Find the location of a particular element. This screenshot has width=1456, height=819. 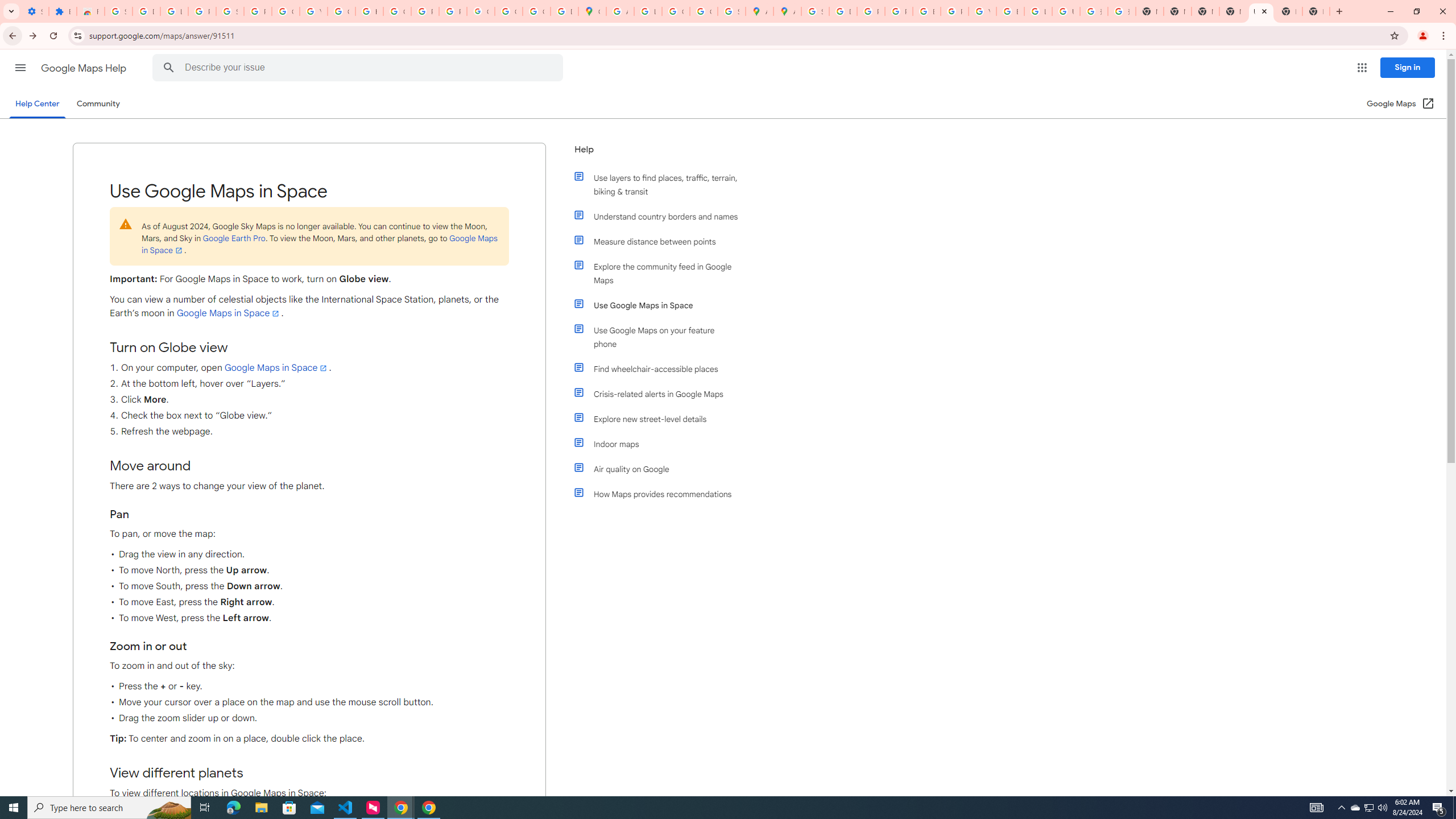

'Use Google Maps in Space - Google Maps Help' is located at coordinates (1260, 11).